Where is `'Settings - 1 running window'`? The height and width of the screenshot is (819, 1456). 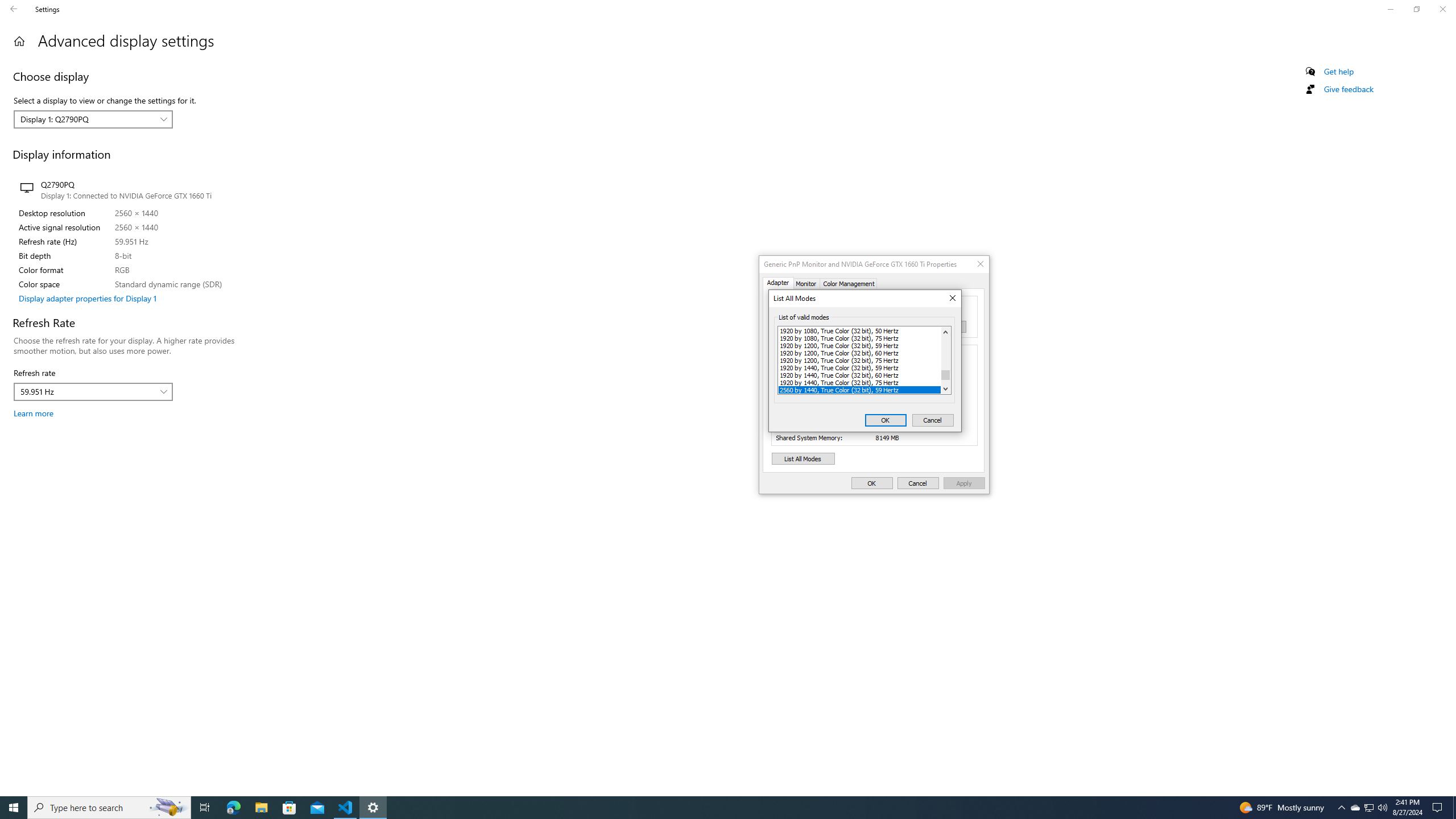
'Settings - 1 running window' is located at coordinates (373, 806).